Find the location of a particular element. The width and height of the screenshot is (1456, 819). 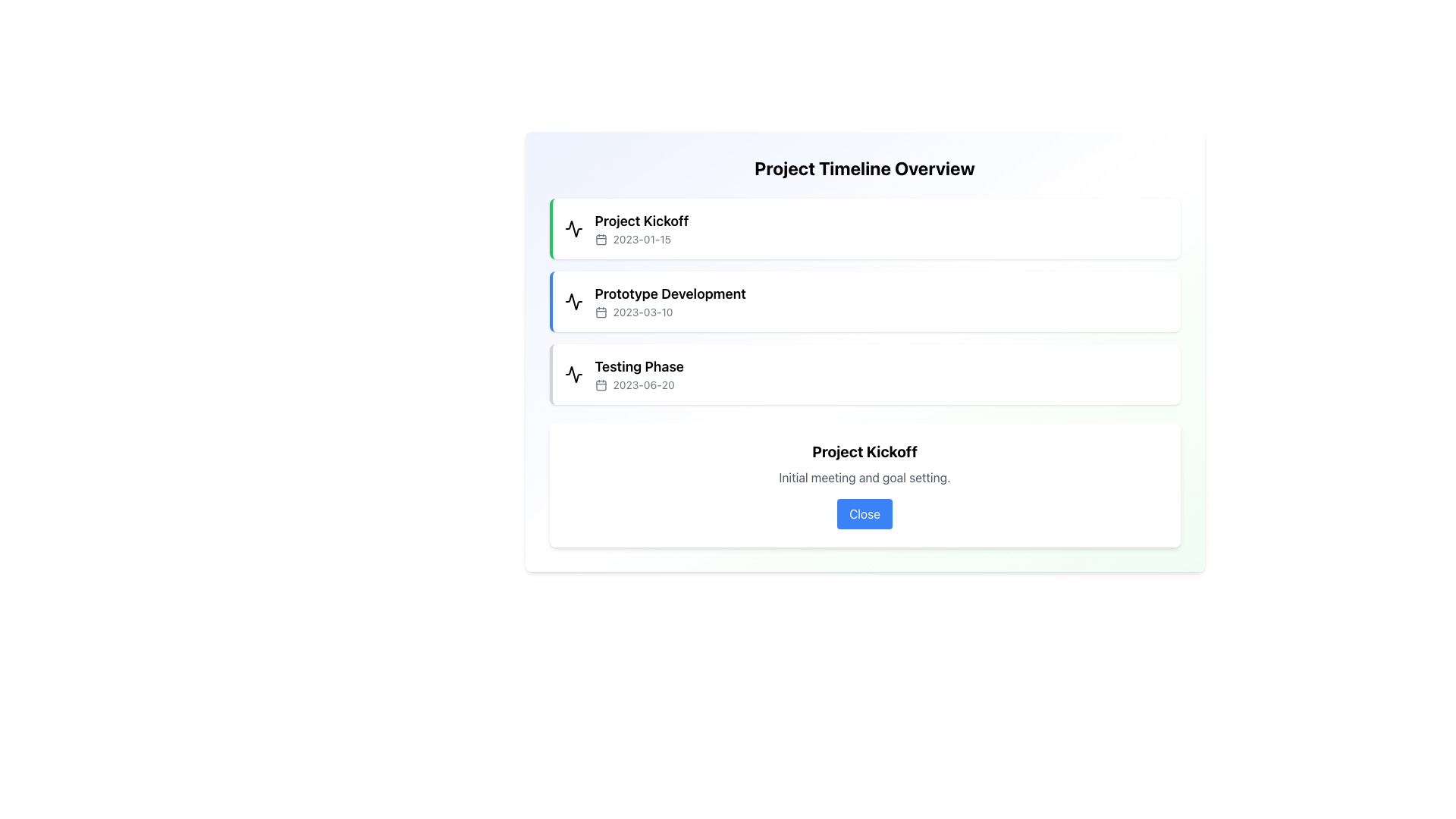

the 'Project Kickoff' timeline item which displays the date '2023-01-15' and has a calendar icon next to it is located at coordinates (642, 228).